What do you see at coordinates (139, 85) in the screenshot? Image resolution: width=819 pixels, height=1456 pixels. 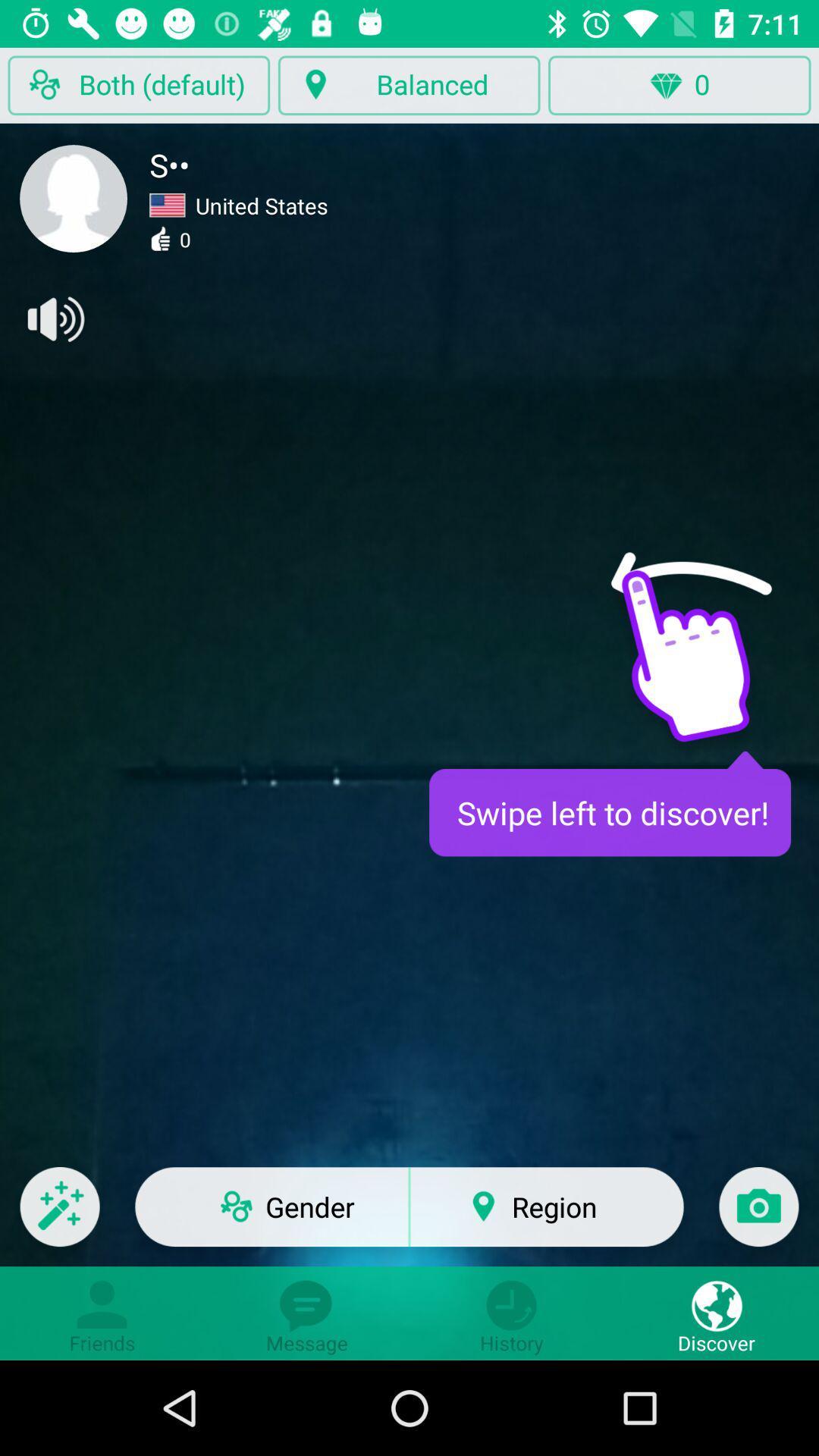 I see `the button left to balanced` at bounding box center [139, 85].